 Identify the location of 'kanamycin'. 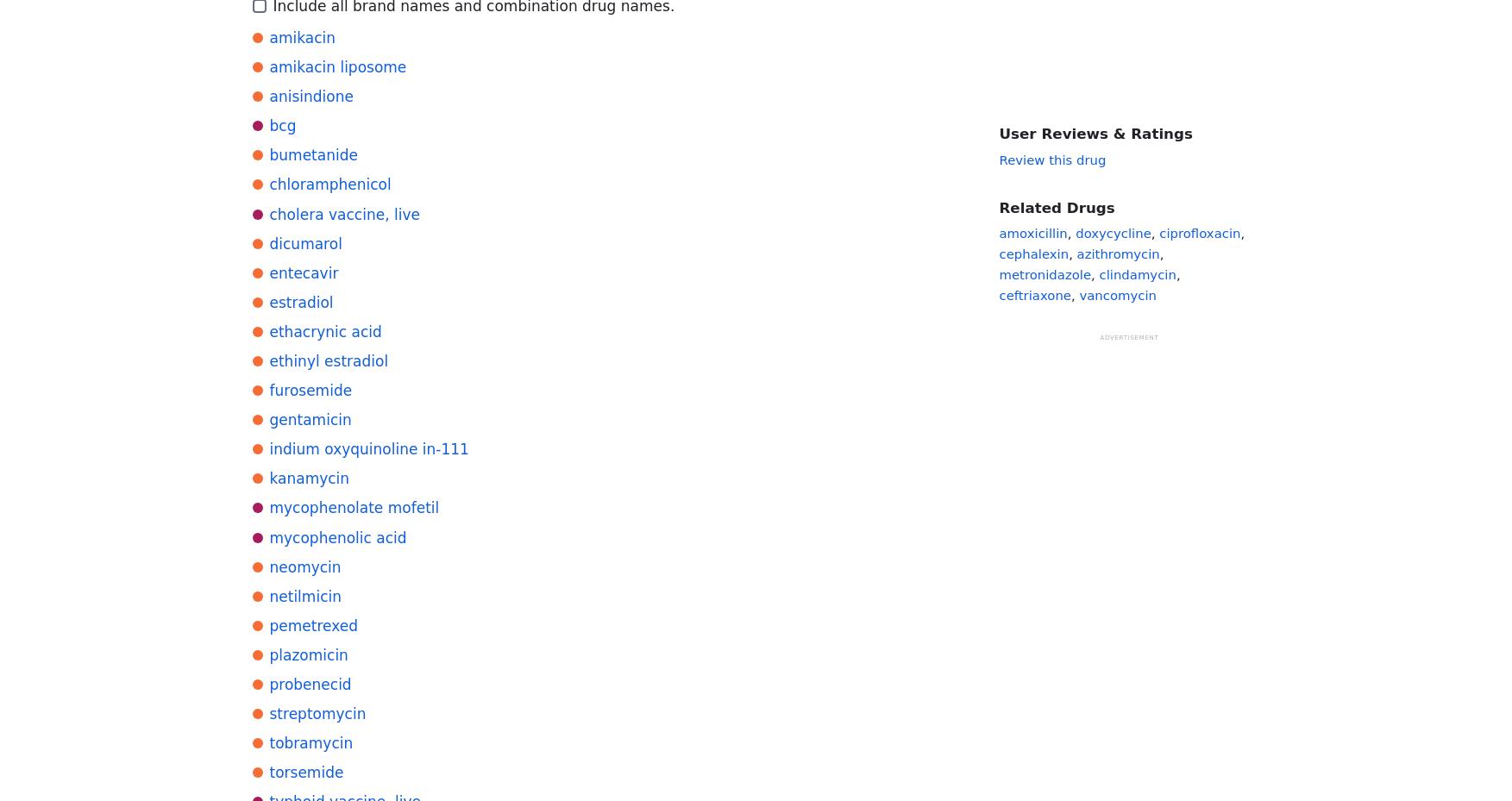
(268, 478).